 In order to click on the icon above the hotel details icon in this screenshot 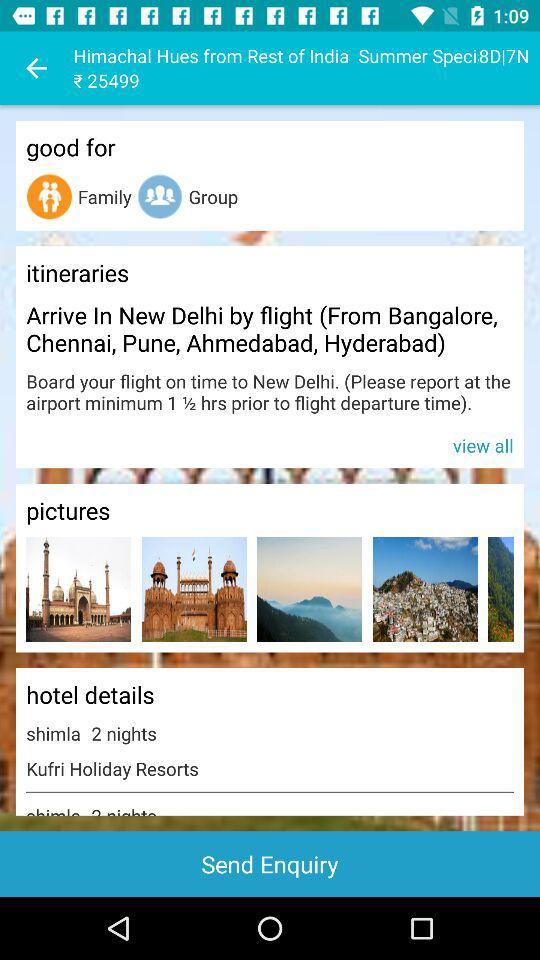, I will do `click(309, 589)`.